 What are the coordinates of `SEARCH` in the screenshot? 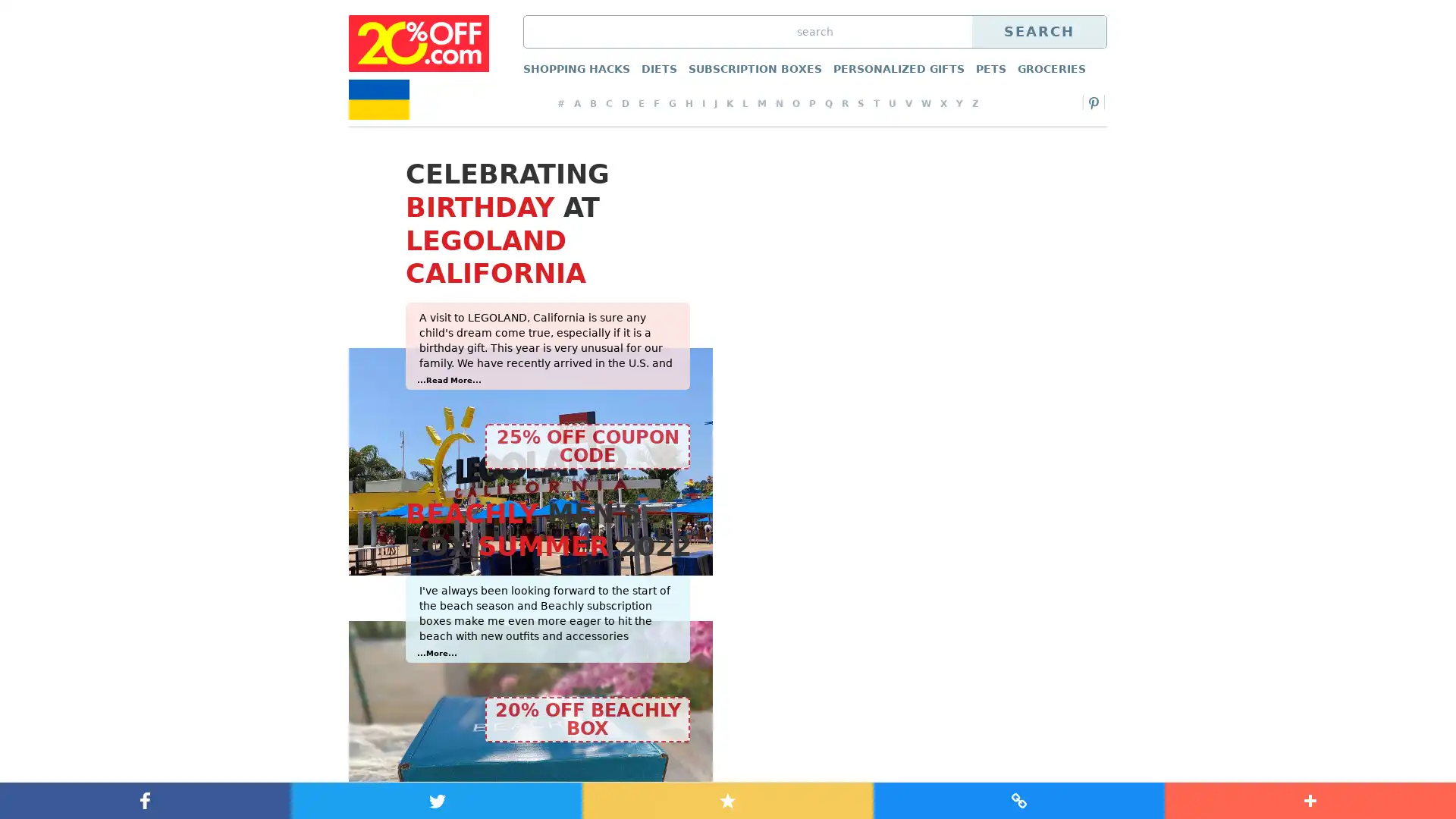 It's located at (1038, 32).